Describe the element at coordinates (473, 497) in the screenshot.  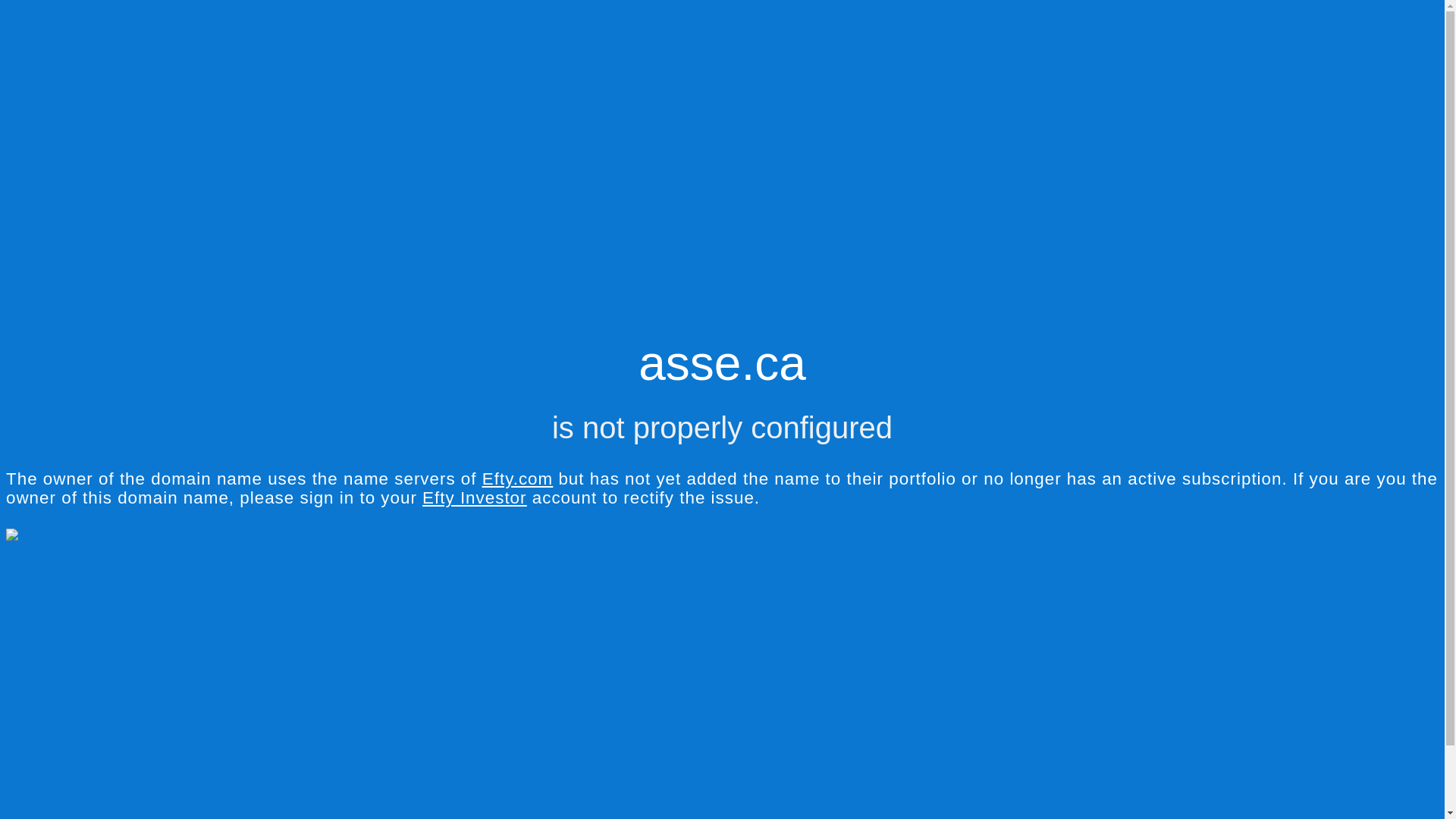
I see `'Efty Investor'` at that location.